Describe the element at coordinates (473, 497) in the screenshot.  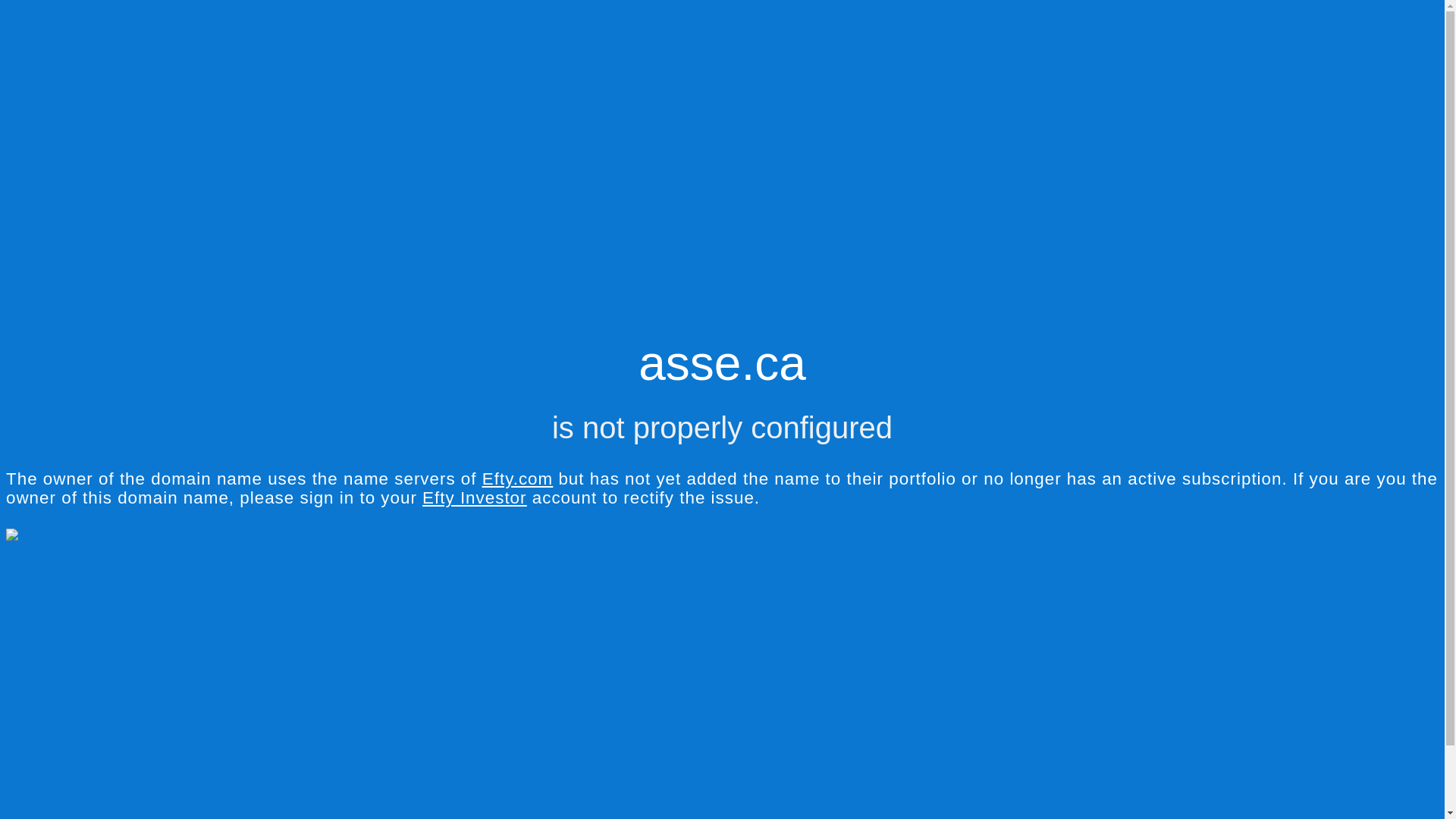
I see `'Efty Investor'` at that location.